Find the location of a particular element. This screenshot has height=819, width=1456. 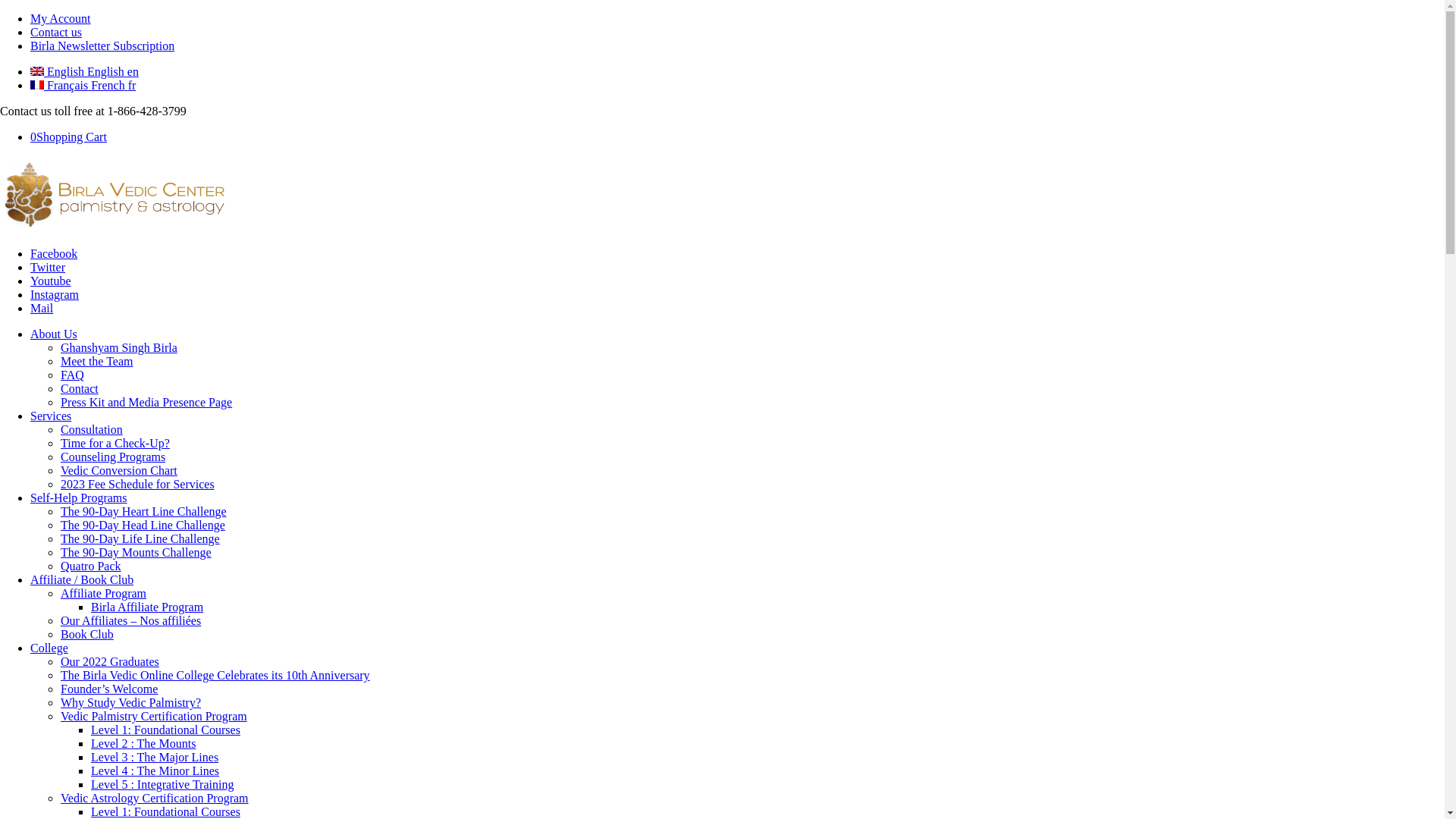

'logo-eng' is located at coordinates (112, 193).